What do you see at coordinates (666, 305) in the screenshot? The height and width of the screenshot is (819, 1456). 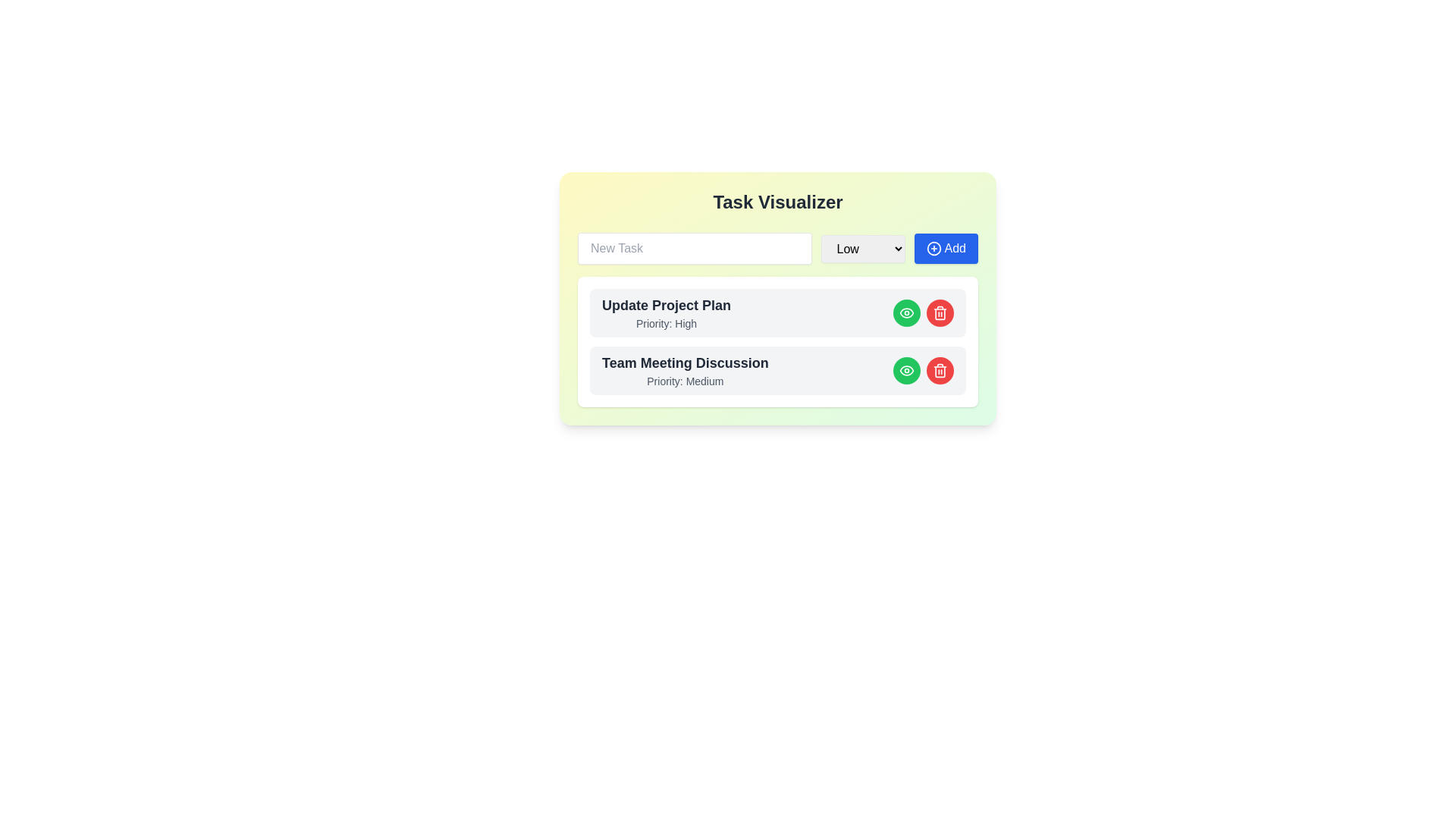 I see `assistive tools` at bounding box center [666, 305].